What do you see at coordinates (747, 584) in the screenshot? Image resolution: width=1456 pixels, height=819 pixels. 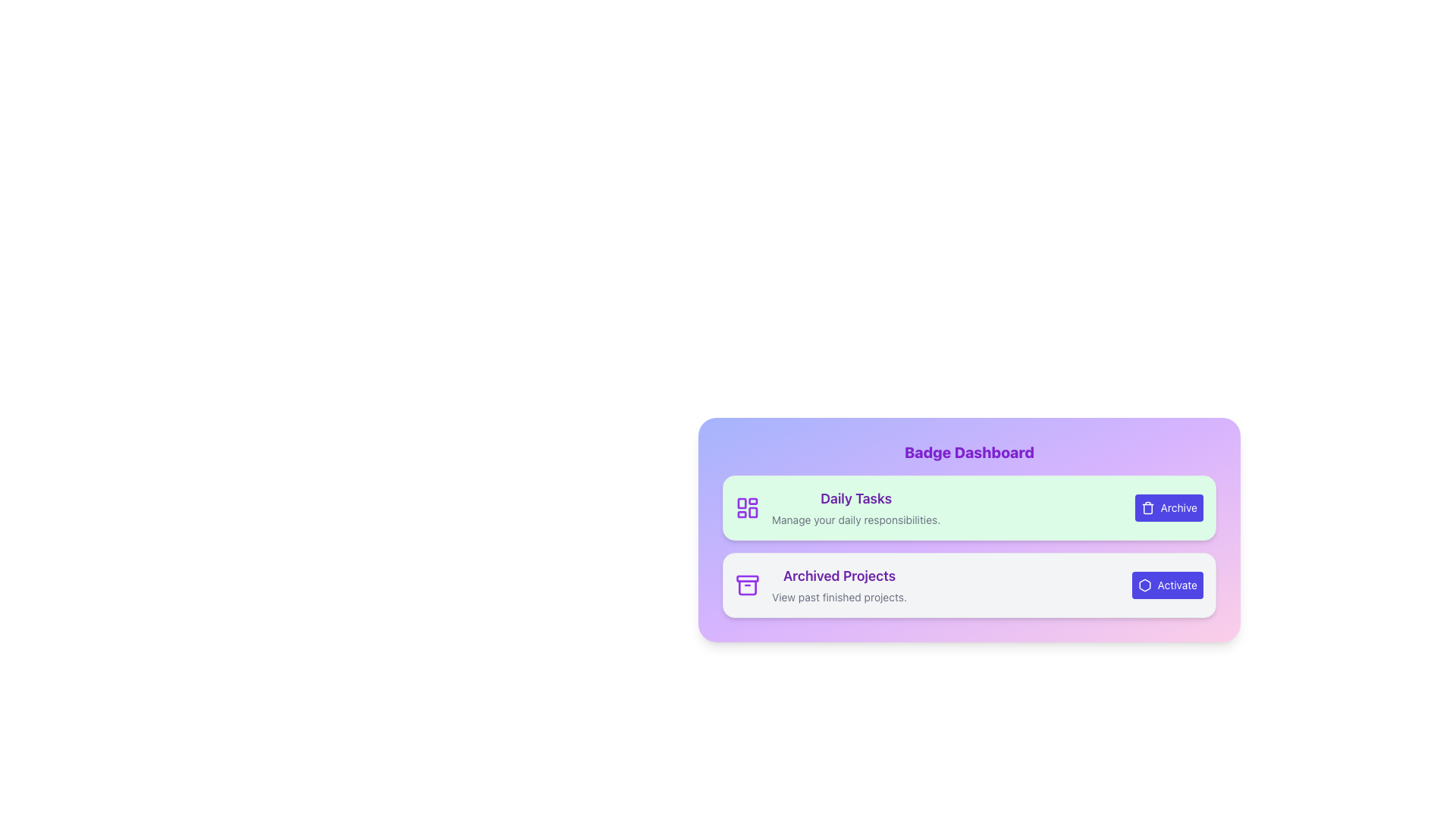 I see `the icon representing 'Archived Projects' located in the 'Badge Dashboard' section, positioned to the left of the text 'Archived Projects'` at bounding box center [747, 584].